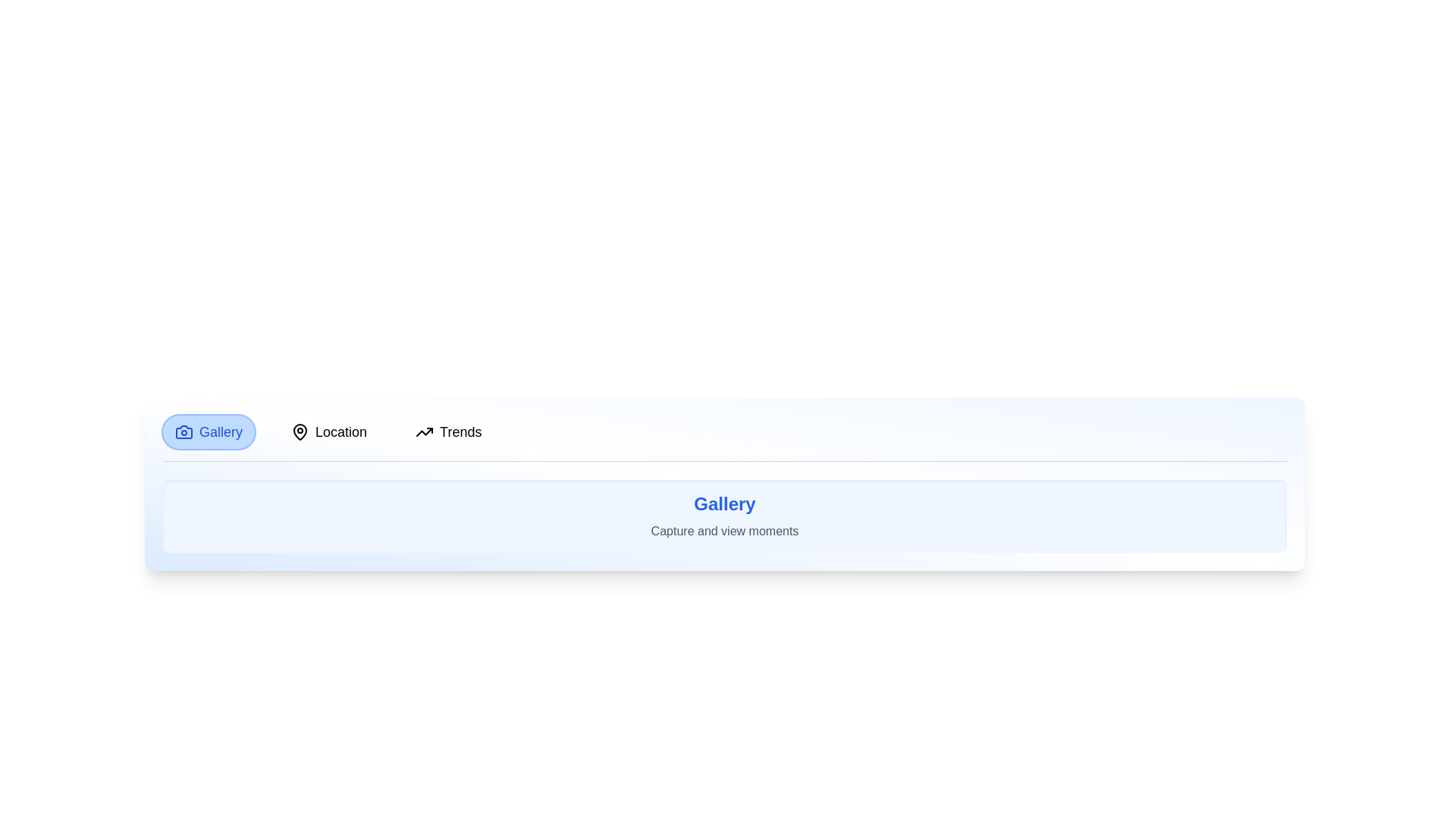 This screenshot has height=819, width=1456. I want to click on the Gallery tab, so click(207, 432).